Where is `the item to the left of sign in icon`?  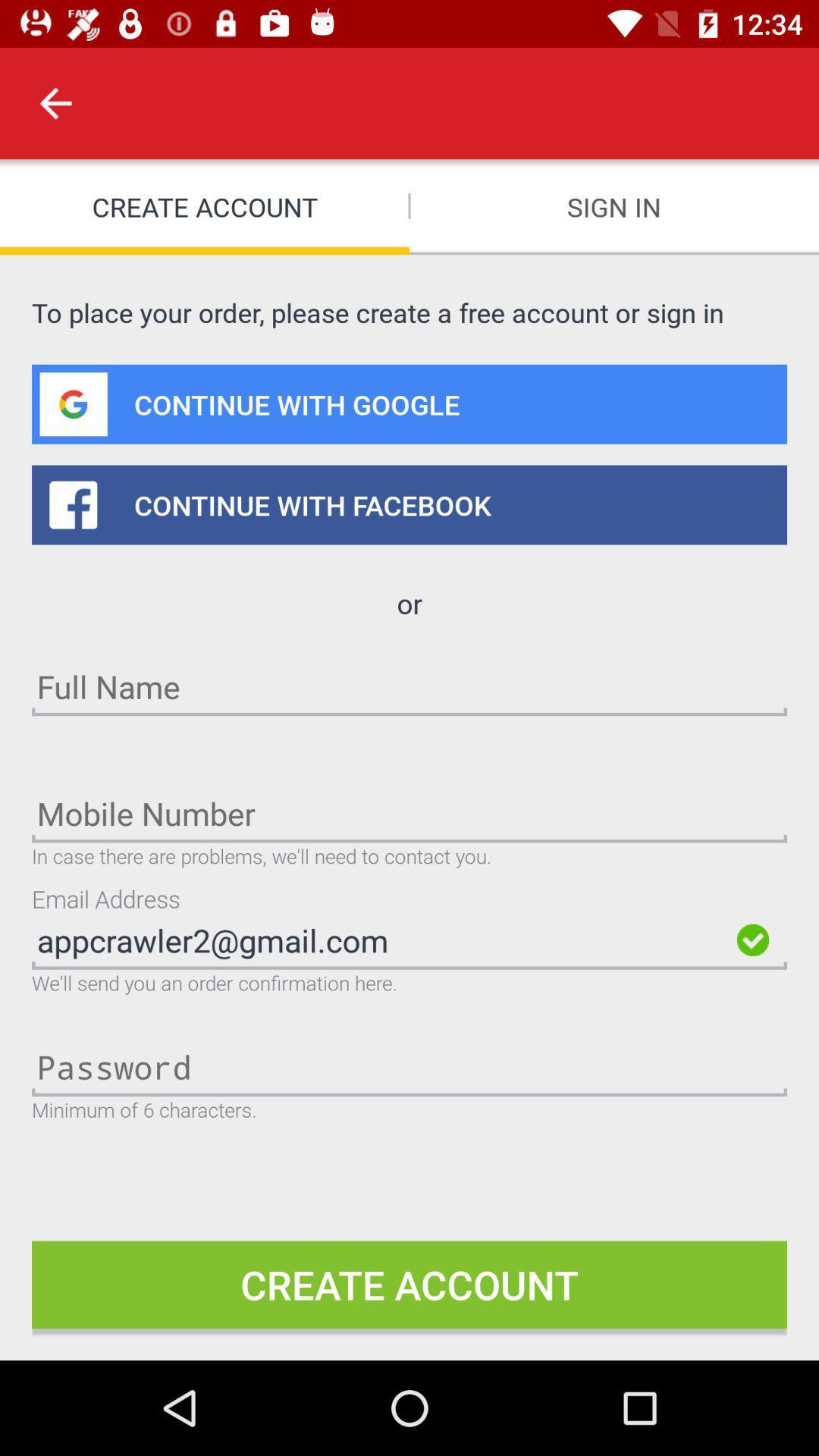
the item to the left of sign in icon is located at coordinates (55, 102).